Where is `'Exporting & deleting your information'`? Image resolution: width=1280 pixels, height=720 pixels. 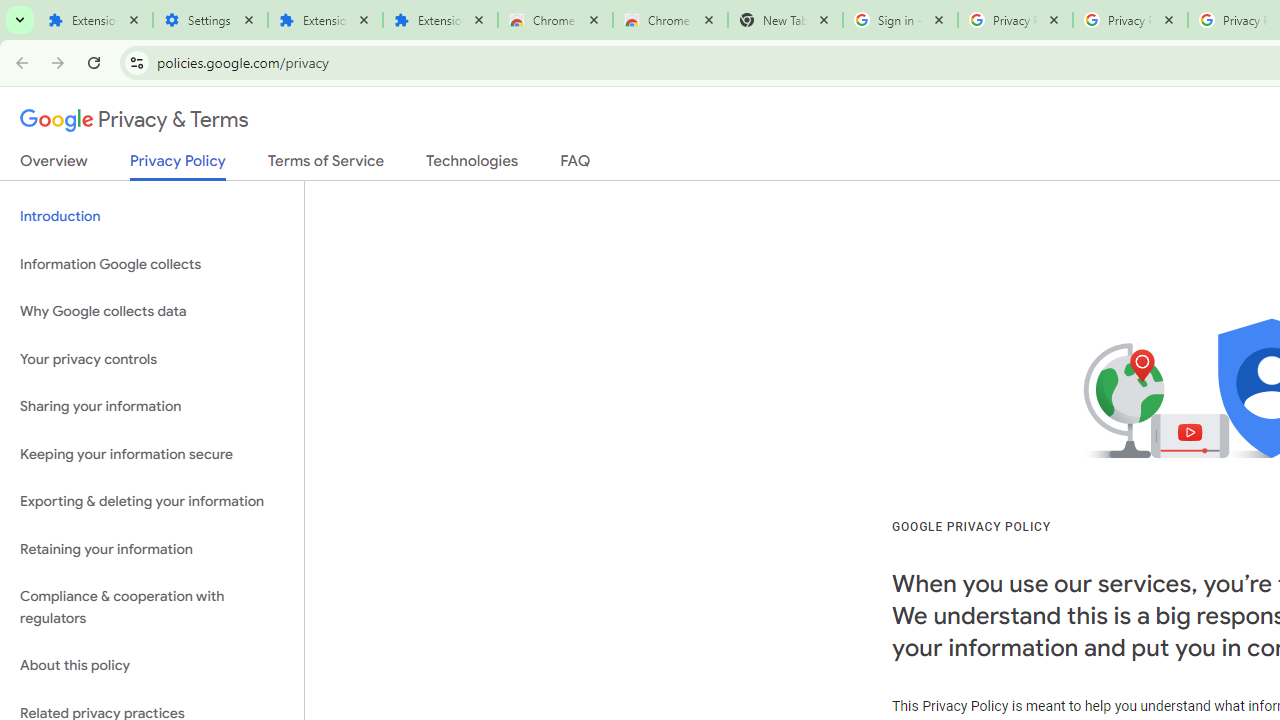 'Exporting & deleting your information' is located at coordinates (151, 501).